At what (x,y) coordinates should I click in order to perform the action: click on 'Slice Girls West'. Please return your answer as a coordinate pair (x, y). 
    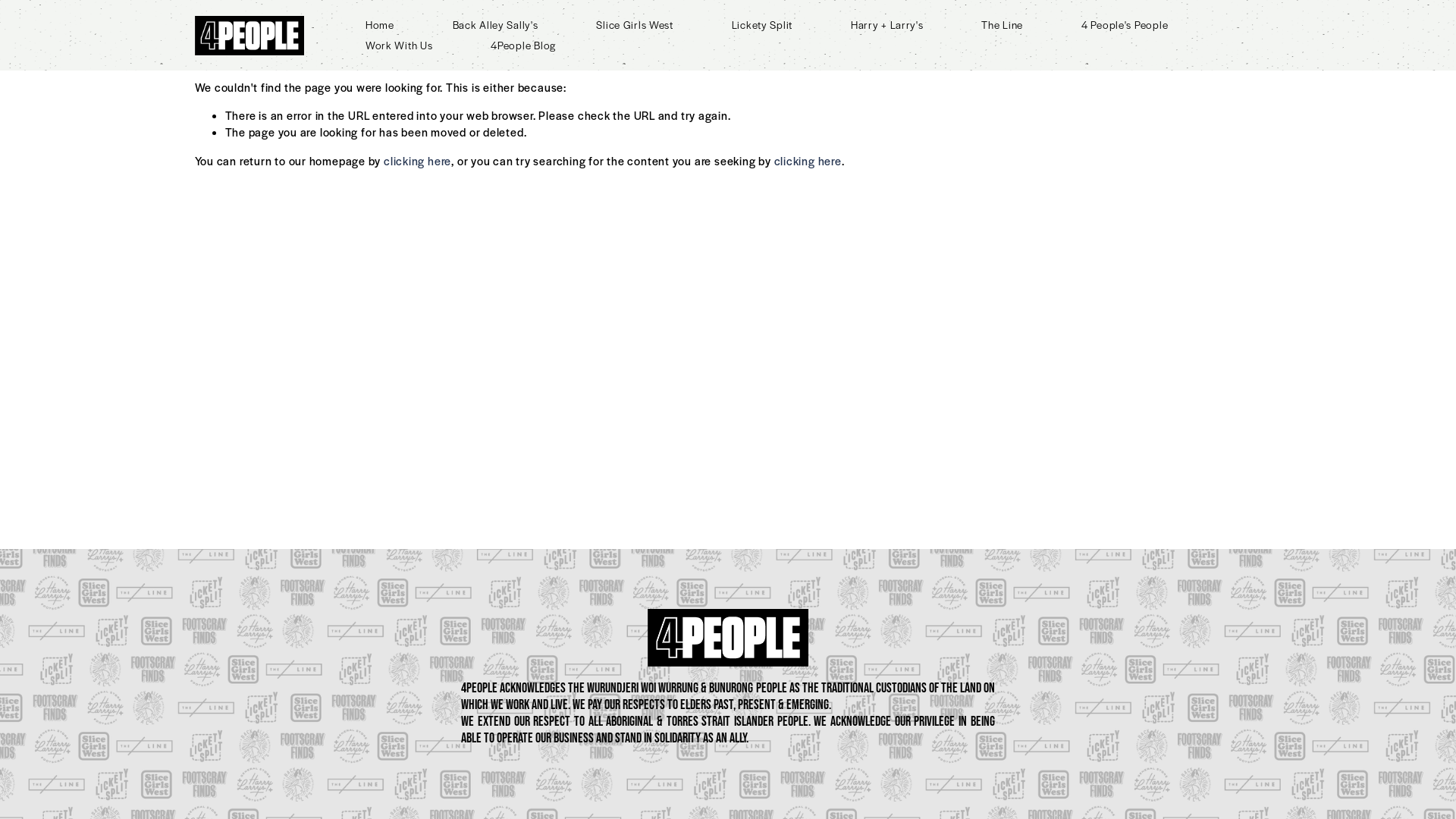
    Looking at the image, I should click on (634, 24).